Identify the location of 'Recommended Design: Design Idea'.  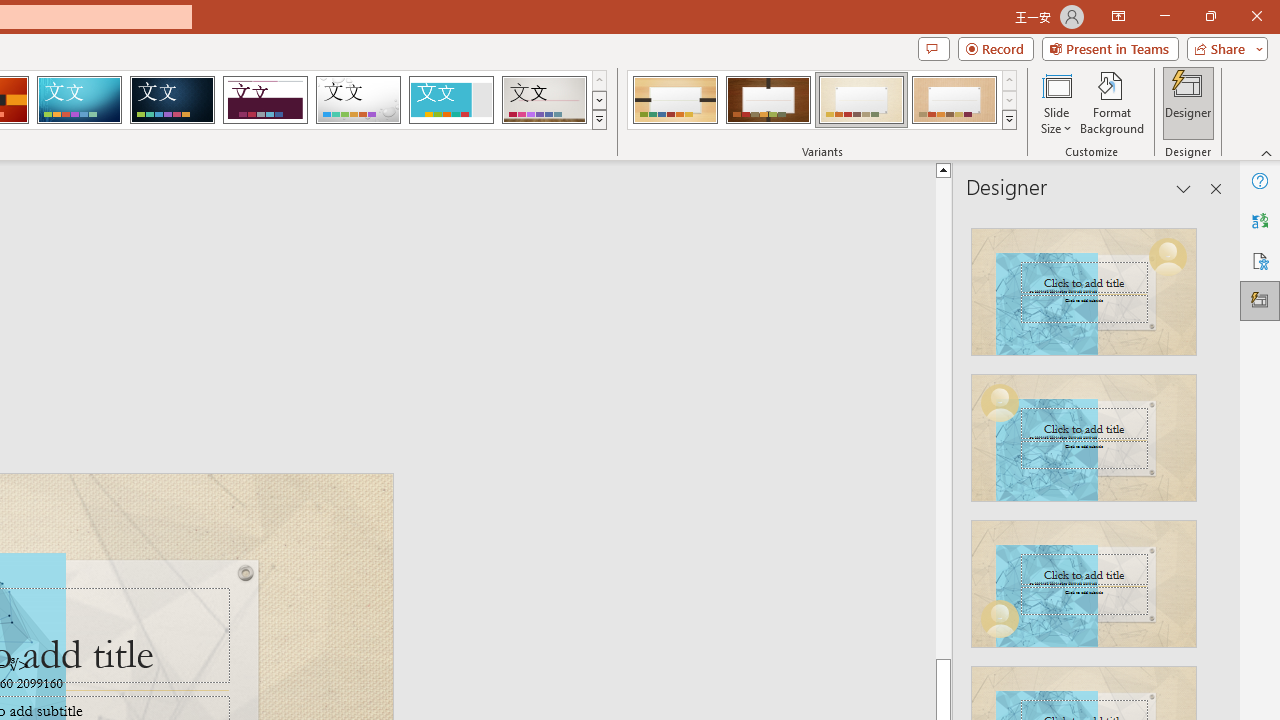
(1083, 286).